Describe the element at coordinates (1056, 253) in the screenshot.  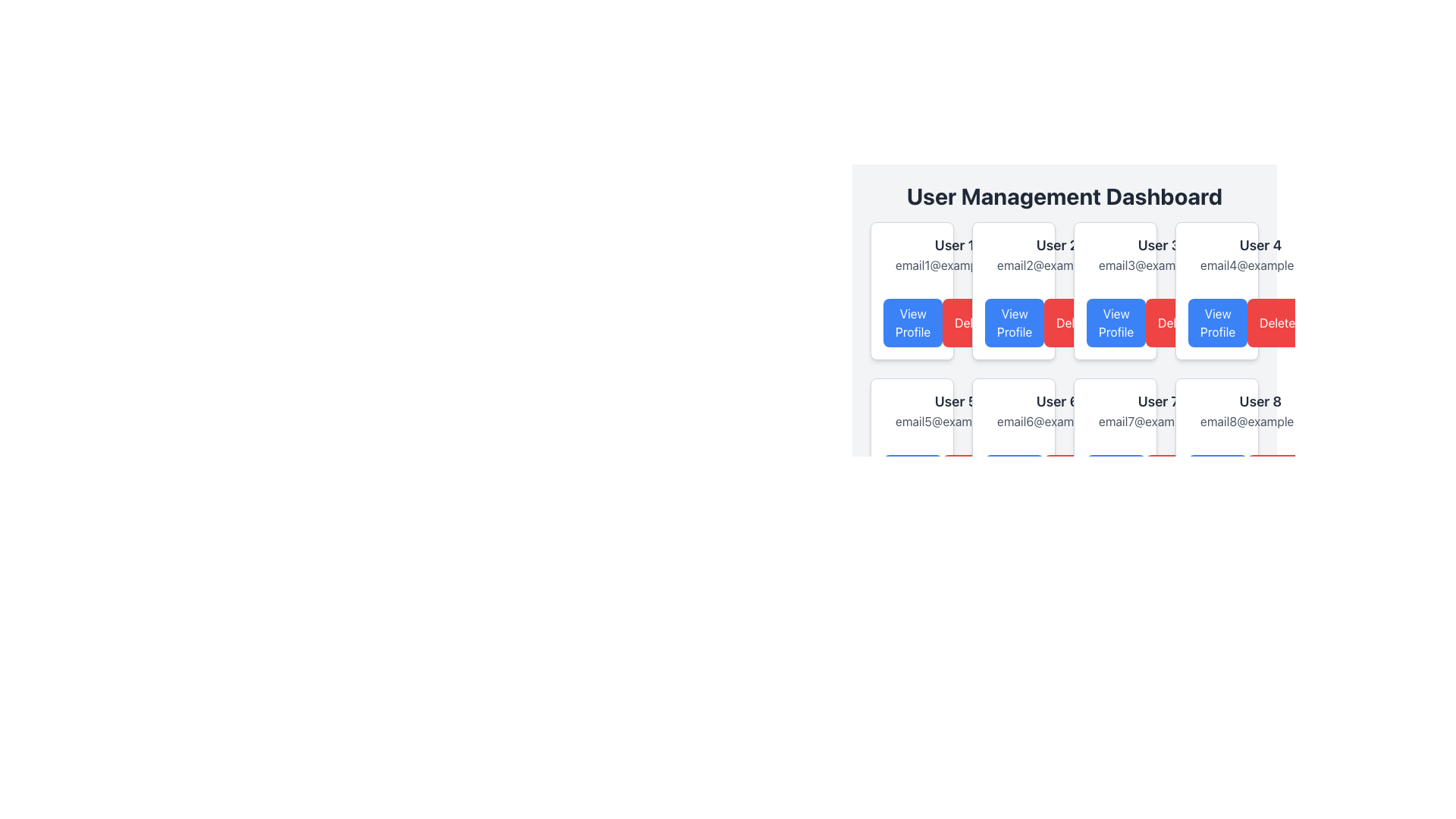
I see `the Text Display element showing 'User 2' and 'email2@example.com' in the User Management Dashboard` at that location.